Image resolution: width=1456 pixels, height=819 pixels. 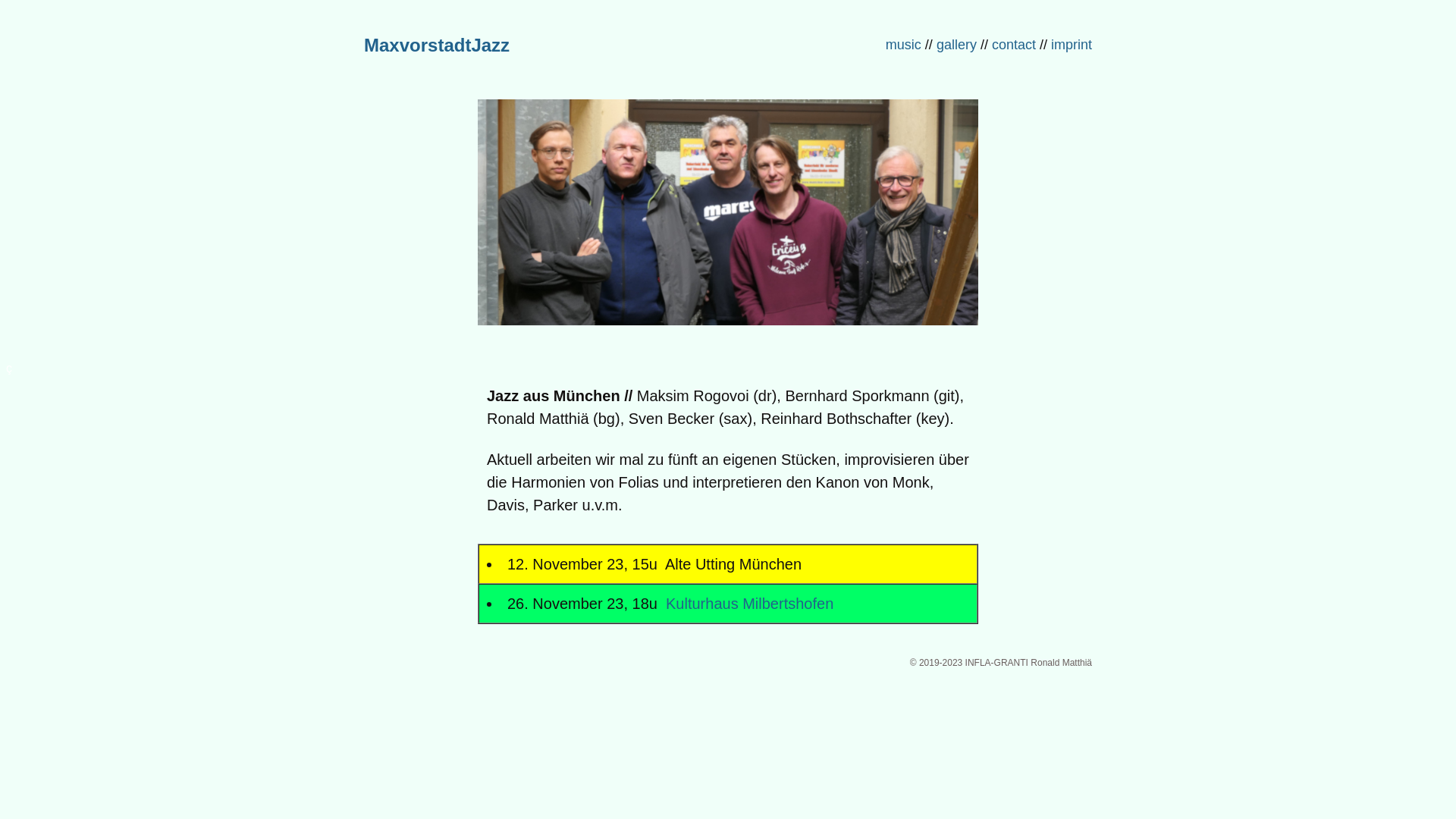 What do you see at coordinates (747, 602) in the screenshot?
I see `' Kulturhaus Milbertshofen'` at bounding box center [747, 602].